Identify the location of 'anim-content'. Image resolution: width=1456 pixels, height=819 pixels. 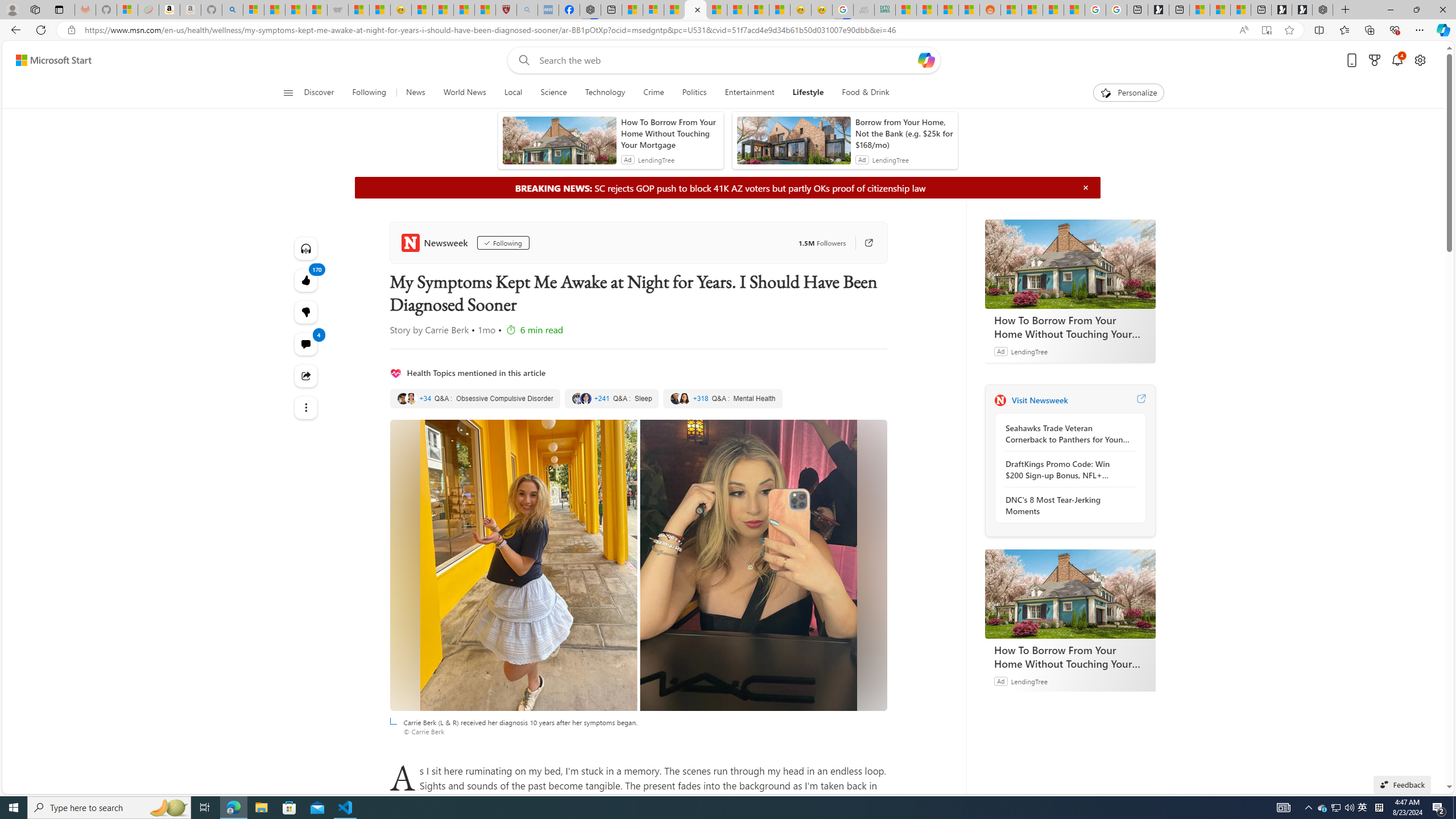
(793, 144).